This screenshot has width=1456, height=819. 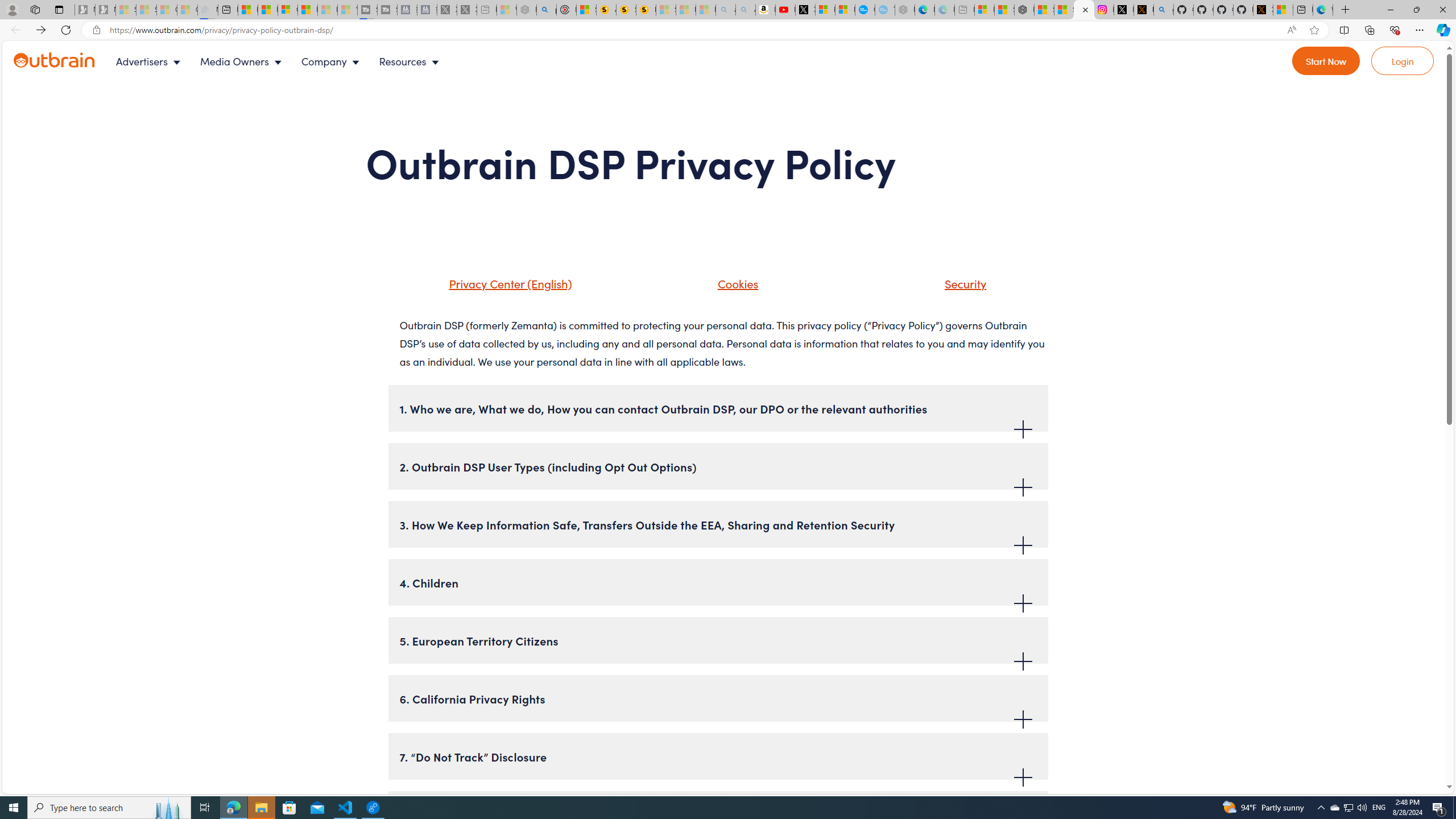 What do you see at coordinates (1403, 61) in the screenshot?
I see `'Go to login'` at bounding box center [1403, 61].